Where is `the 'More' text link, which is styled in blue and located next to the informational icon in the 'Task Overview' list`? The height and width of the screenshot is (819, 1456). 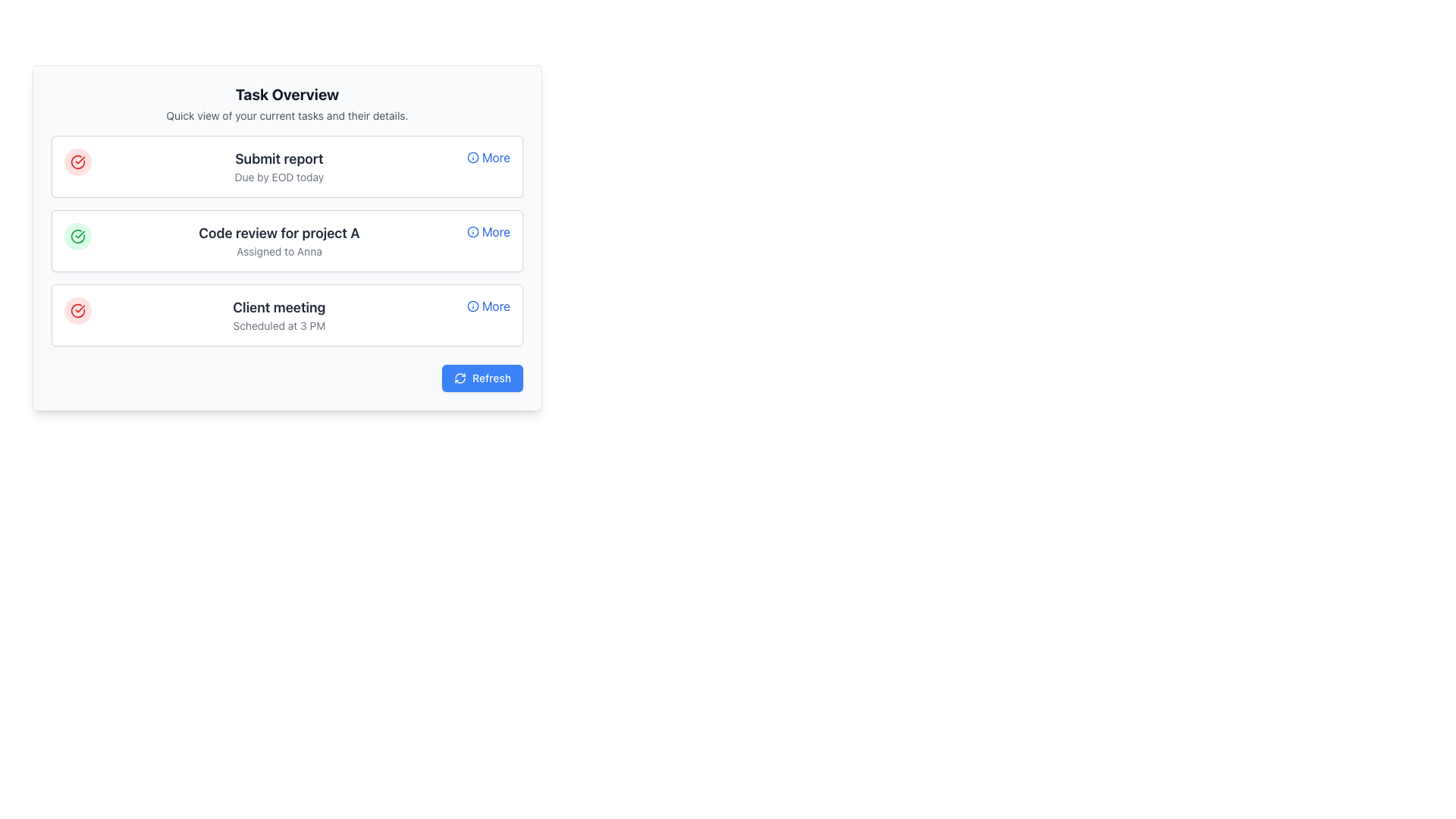 the 'More' text link, which is styled in blue and located next to the informational icon in the 'Task Overview' list is located at coordinates (496, 158).